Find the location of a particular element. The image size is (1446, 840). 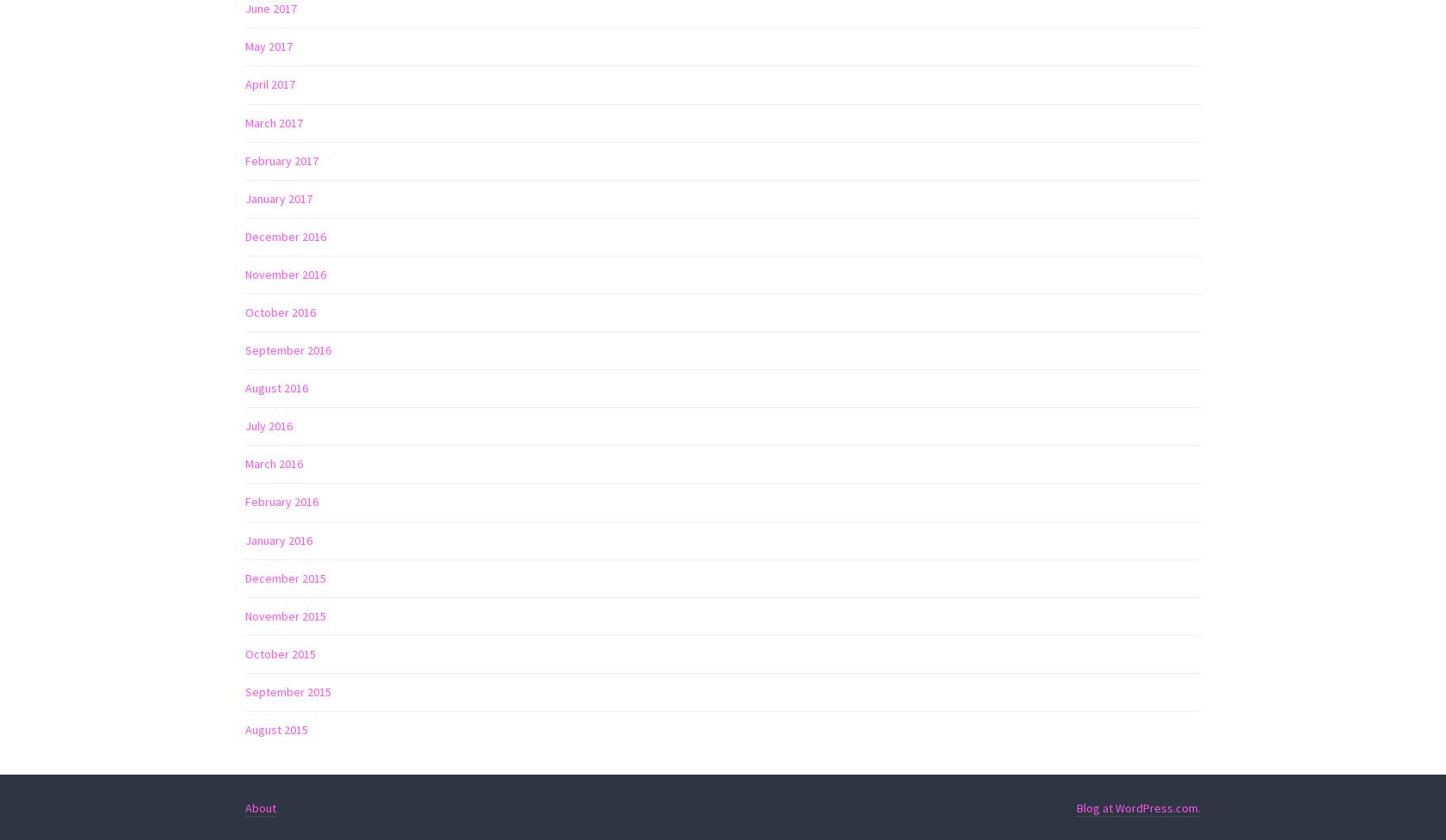

'August 2016' is located at coordinates (276, 387).